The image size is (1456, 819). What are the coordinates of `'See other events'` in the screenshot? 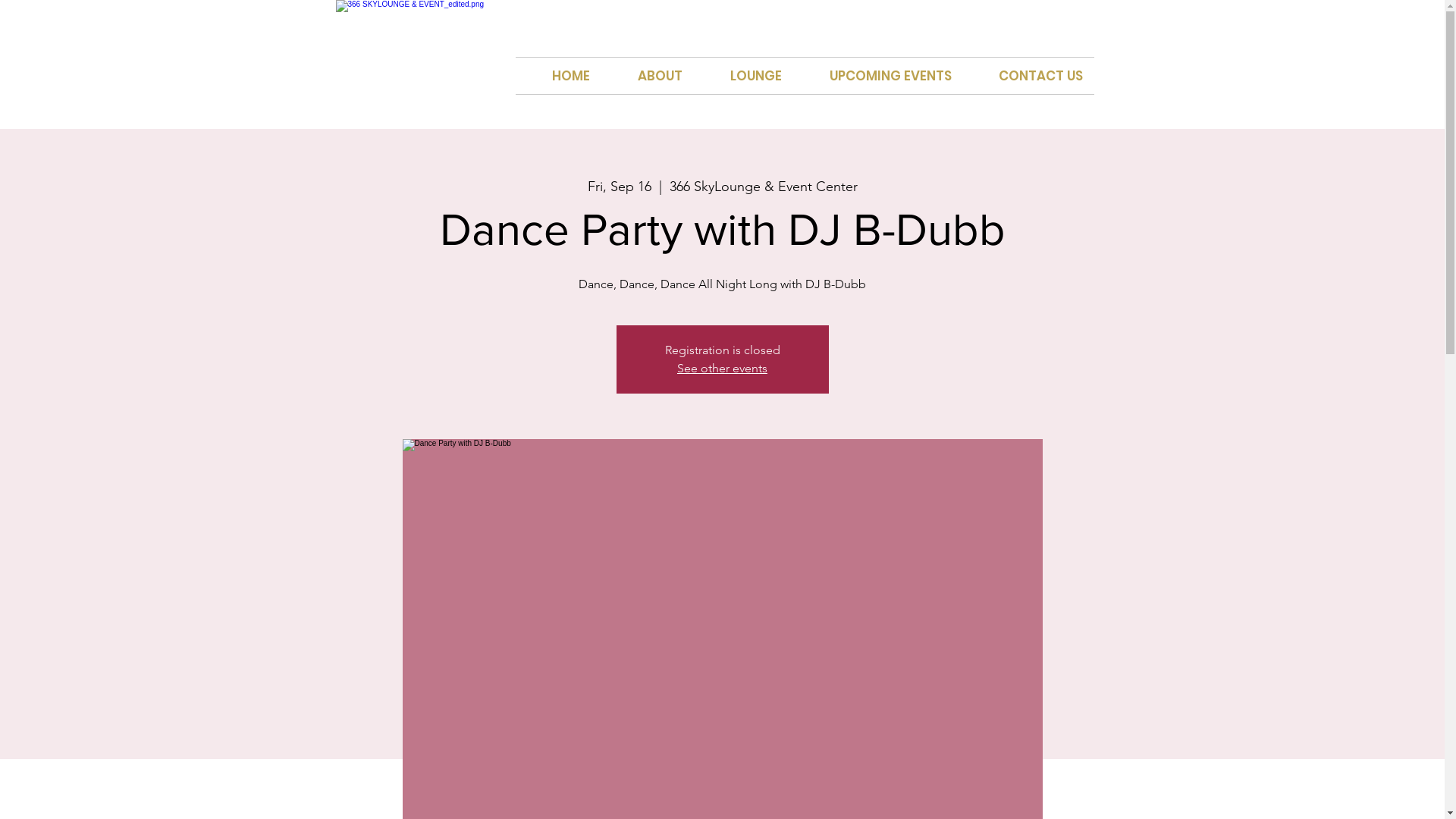 It's located at (721, 368).